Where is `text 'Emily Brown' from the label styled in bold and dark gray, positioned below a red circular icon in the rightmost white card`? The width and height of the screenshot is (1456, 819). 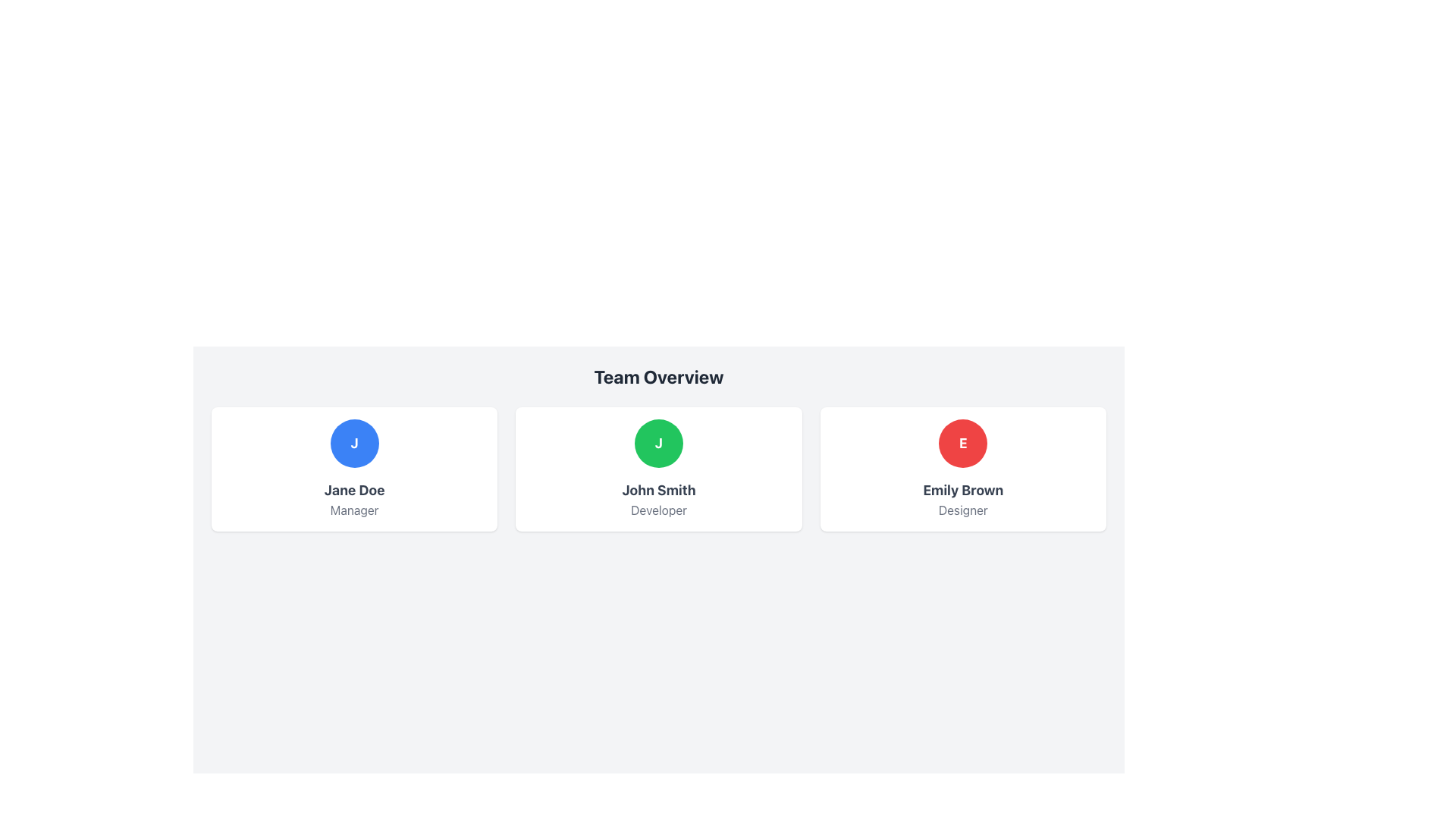
text 'Emily Brown' from the label styled in bold and dark gray, positioned below a red circular icon in the rightmost white card is located at coordinates (962, 491).